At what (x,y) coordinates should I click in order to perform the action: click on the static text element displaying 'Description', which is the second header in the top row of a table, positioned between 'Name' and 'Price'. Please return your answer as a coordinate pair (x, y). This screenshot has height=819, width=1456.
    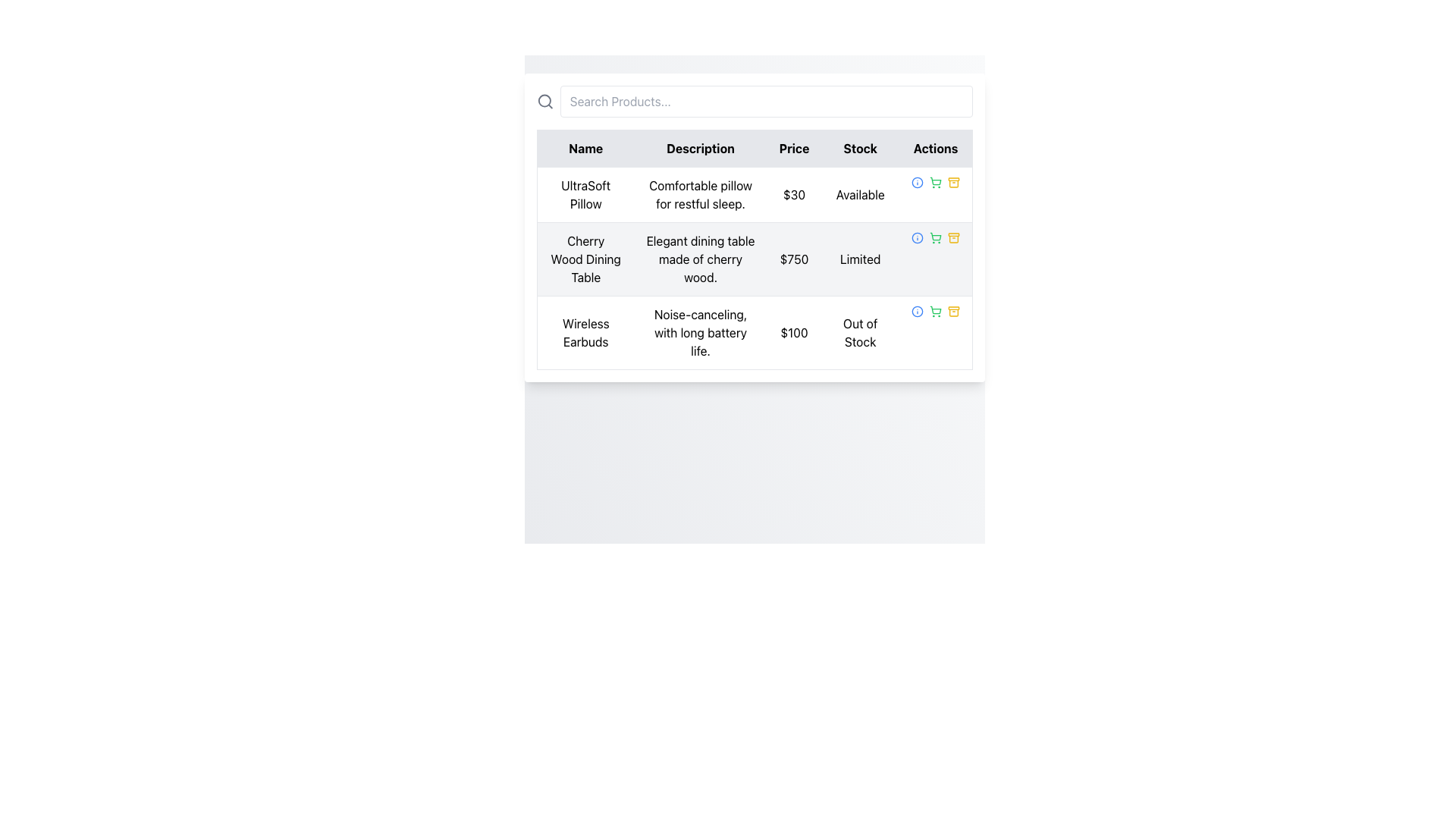
    Looking at the image, I should click on (700, 149).